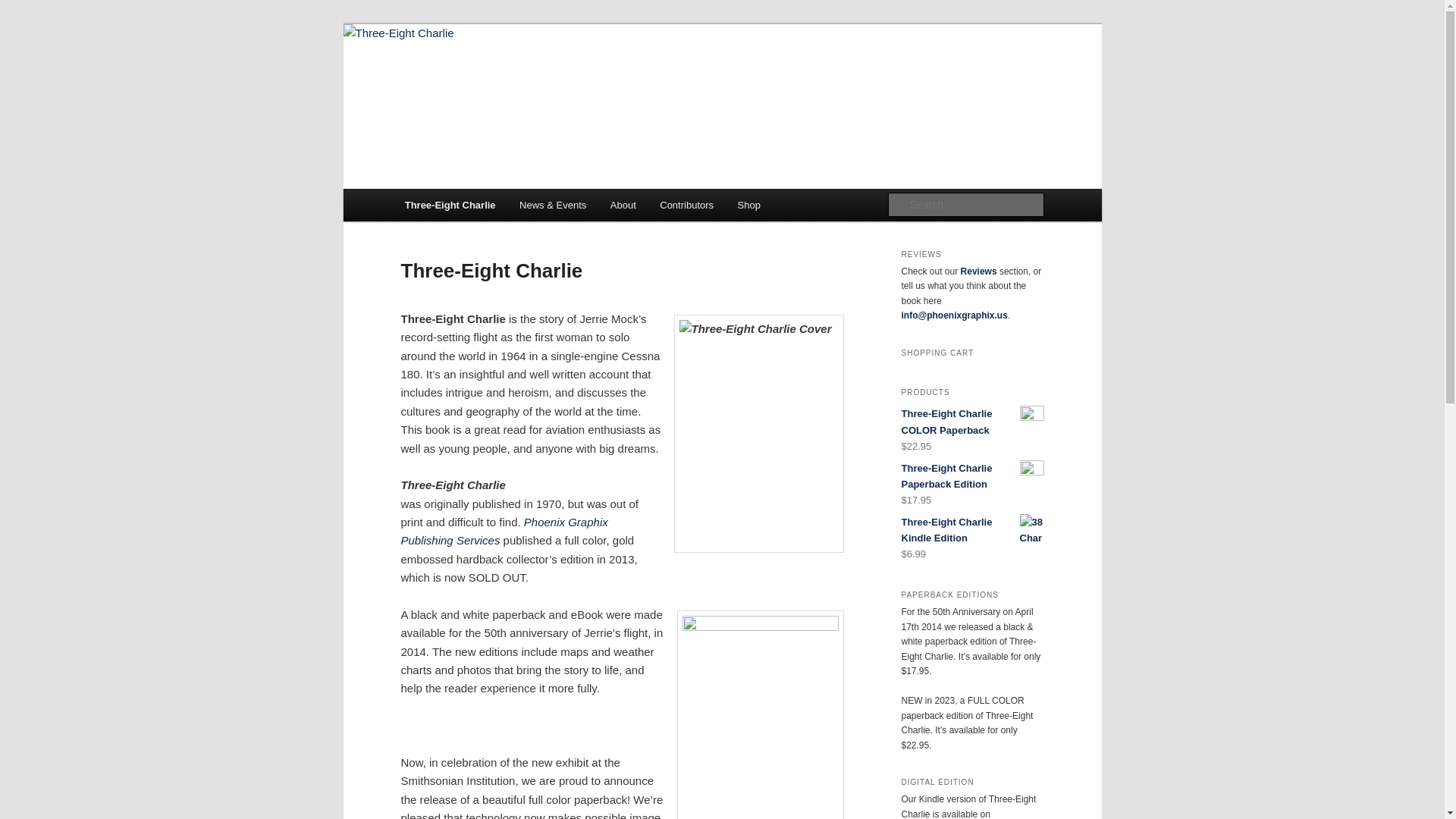  I want to click on 'Three-Eight Charlie Paperback Edition', so click(971, 475).